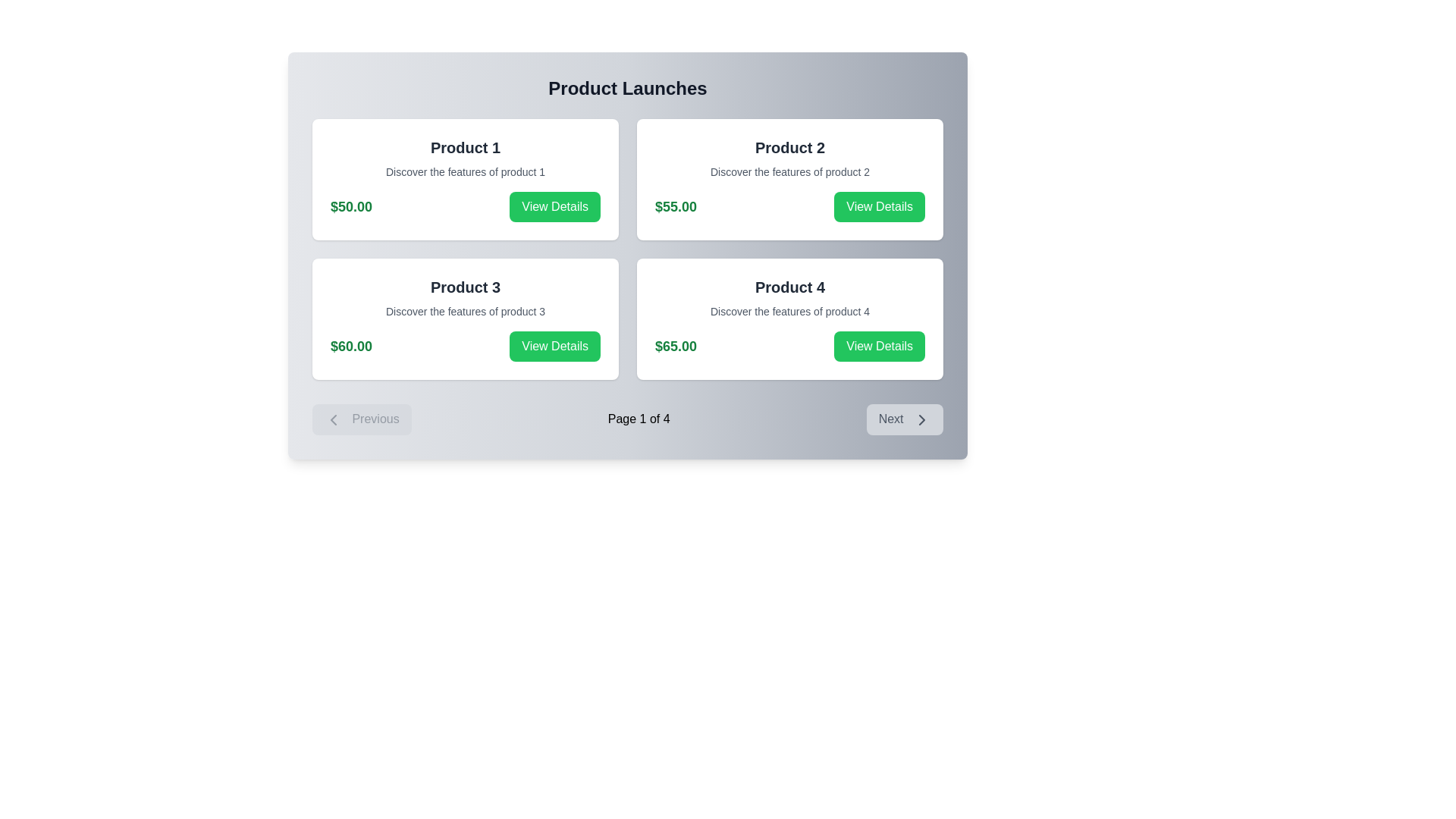 The image size is (1456, 819). Describe the element at coordinates (361, 419) in the screenshot. I see `the grey rectangular button labeled 'Previous' with a leftward-pointing chevron icon, located at the bottom-left corner of the page` at that location.